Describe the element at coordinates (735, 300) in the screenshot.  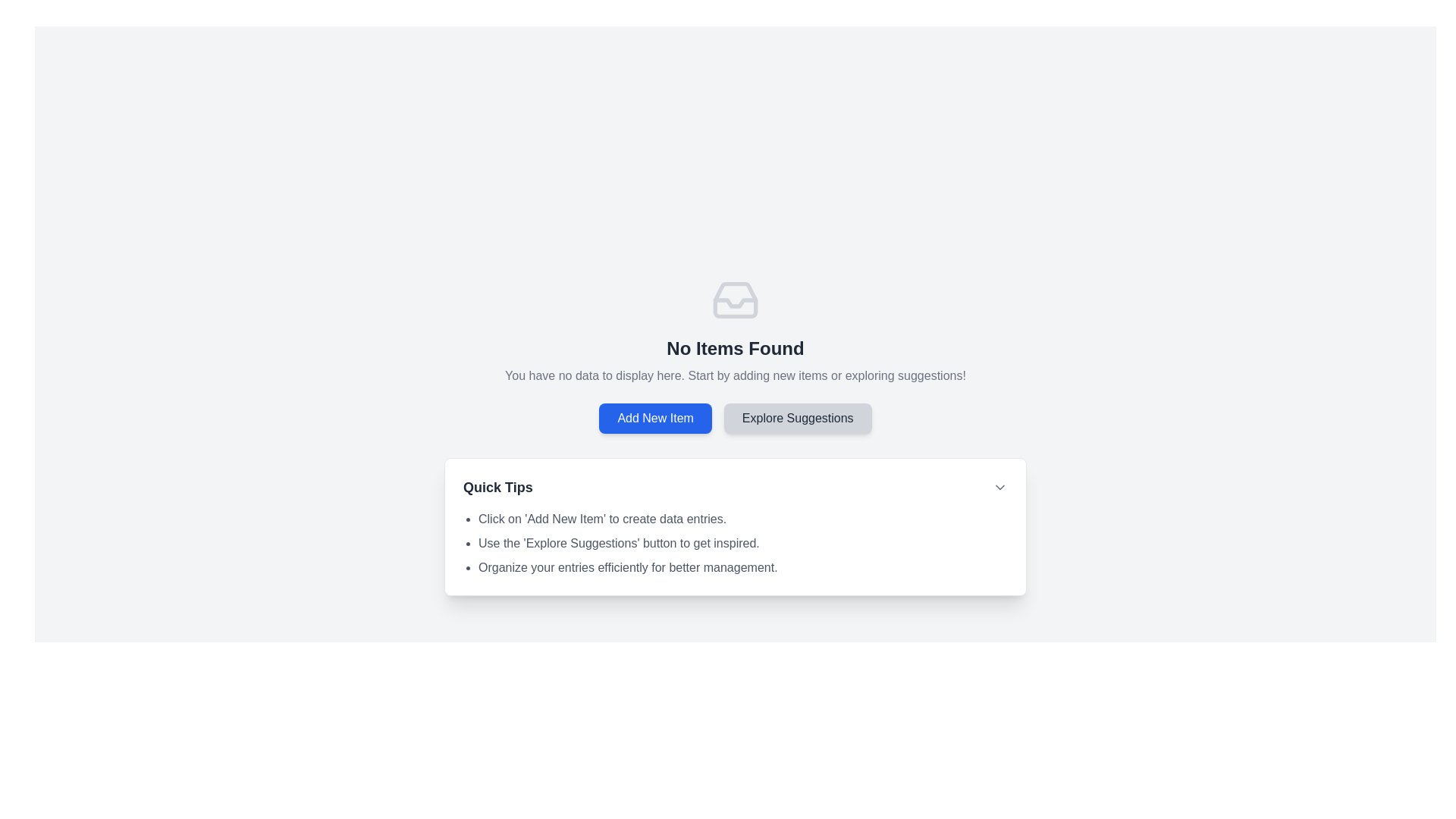
I see `the inbox icon that is centrally located above the 'No Items Found' message, which is styled with a faint gray color and rounded edges` at that location.